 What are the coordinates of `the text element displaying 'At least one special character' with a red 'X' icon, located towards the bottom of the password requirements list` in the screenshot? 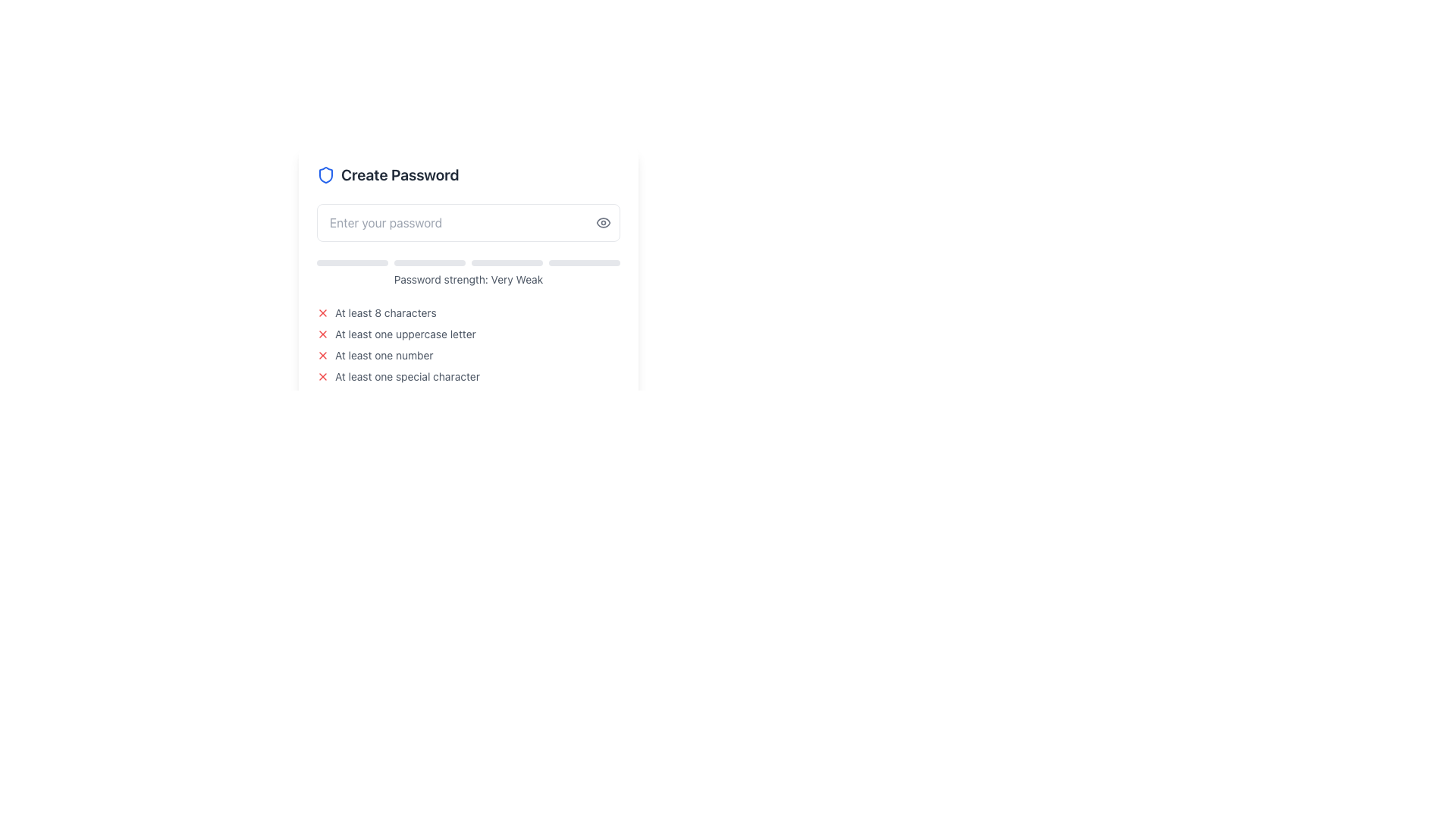 It's located at (468, 376).